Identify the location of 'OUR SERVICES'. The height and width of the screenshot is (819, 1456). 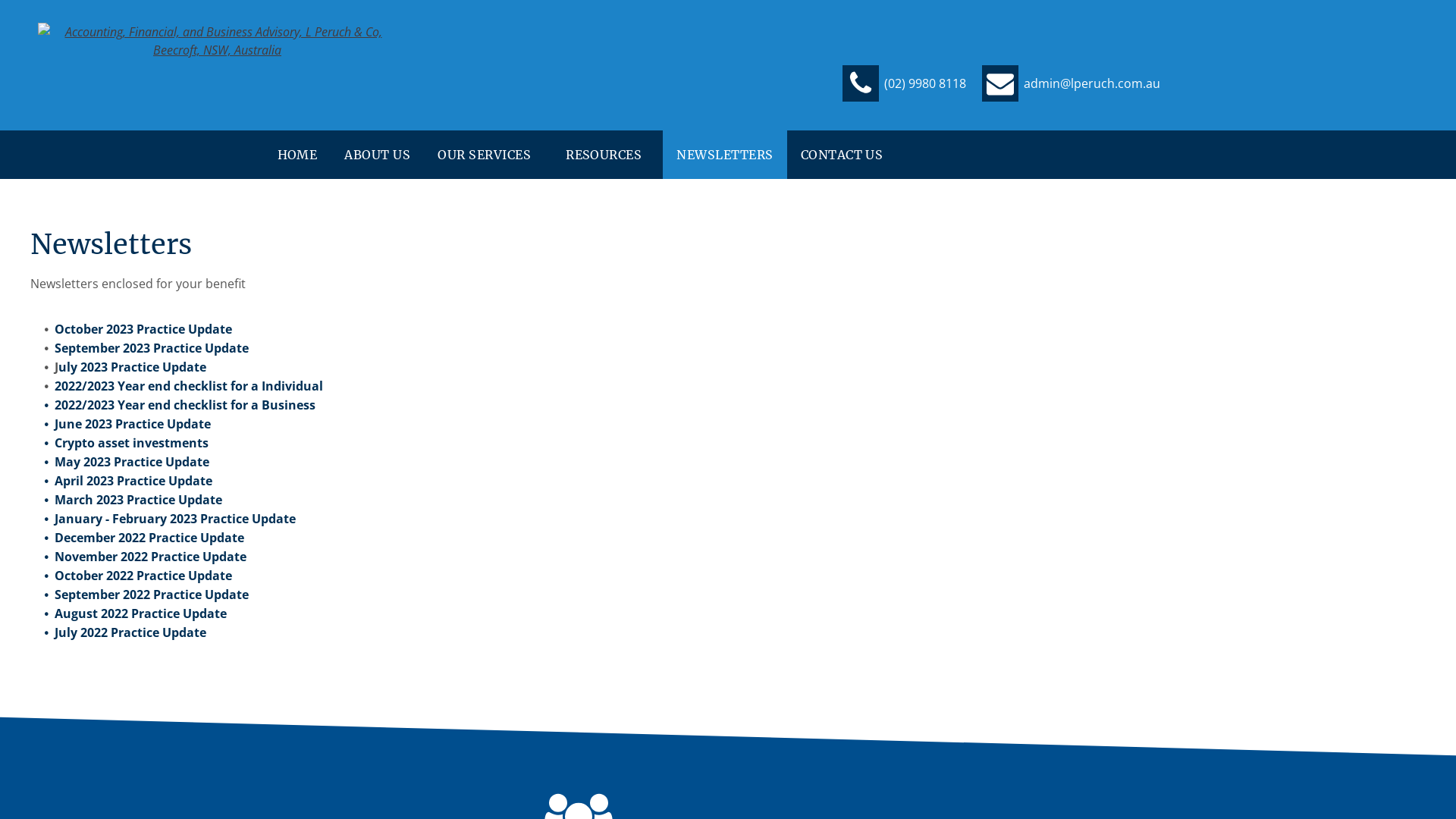
(488, 155).